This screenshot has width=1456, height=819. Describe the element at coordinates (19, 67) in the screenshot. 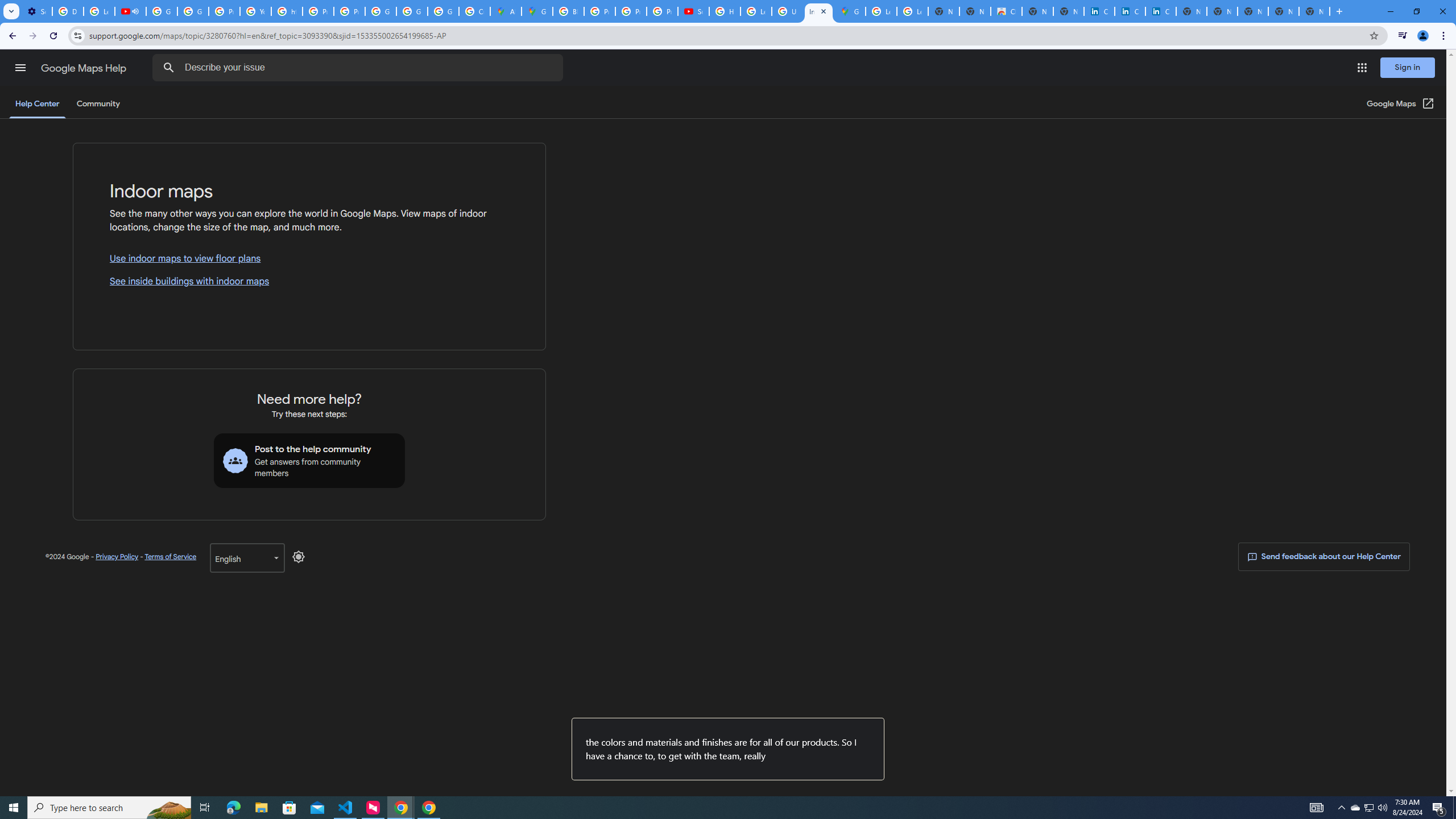

I see `'Main menu'` at that location.